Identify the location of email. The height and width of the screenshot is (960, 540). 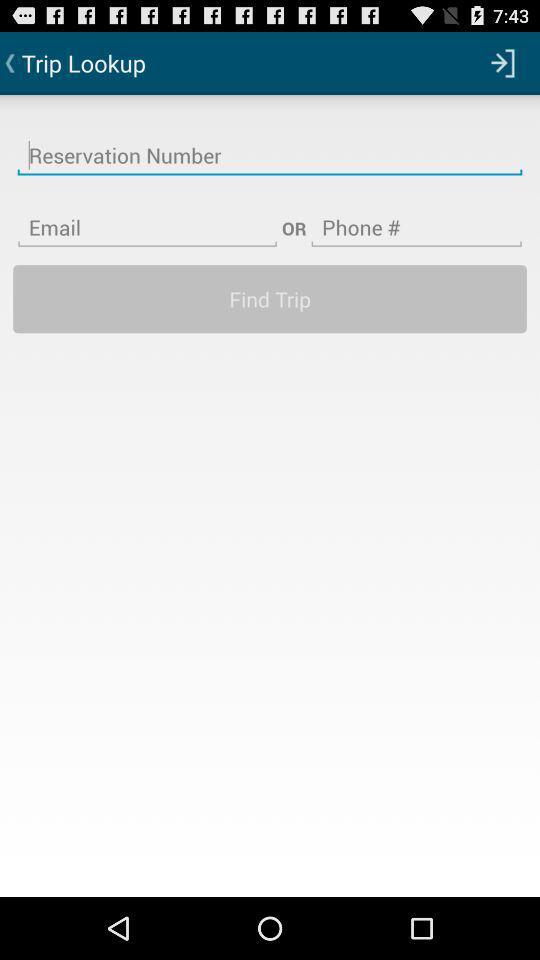
(146, 215).